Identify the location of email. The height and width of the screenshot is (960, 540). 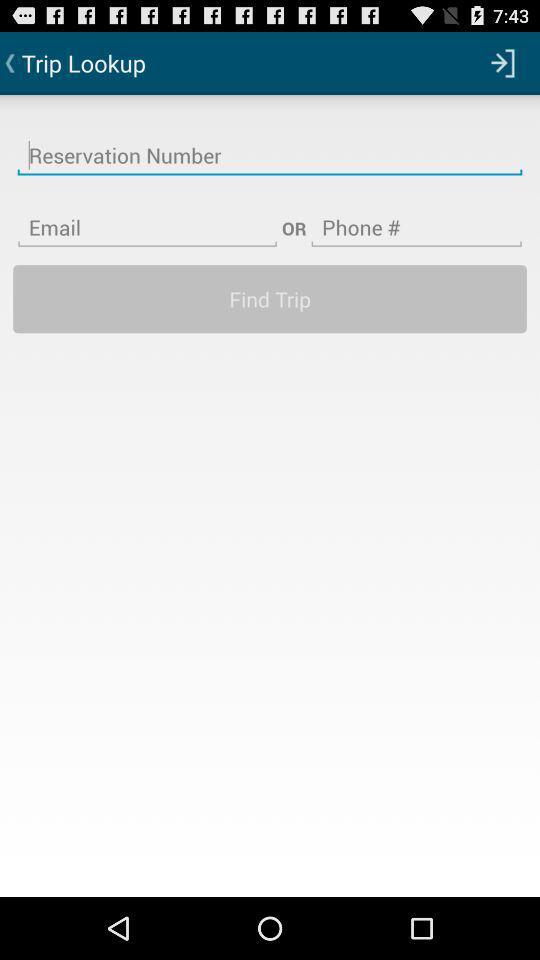
(146, 215).